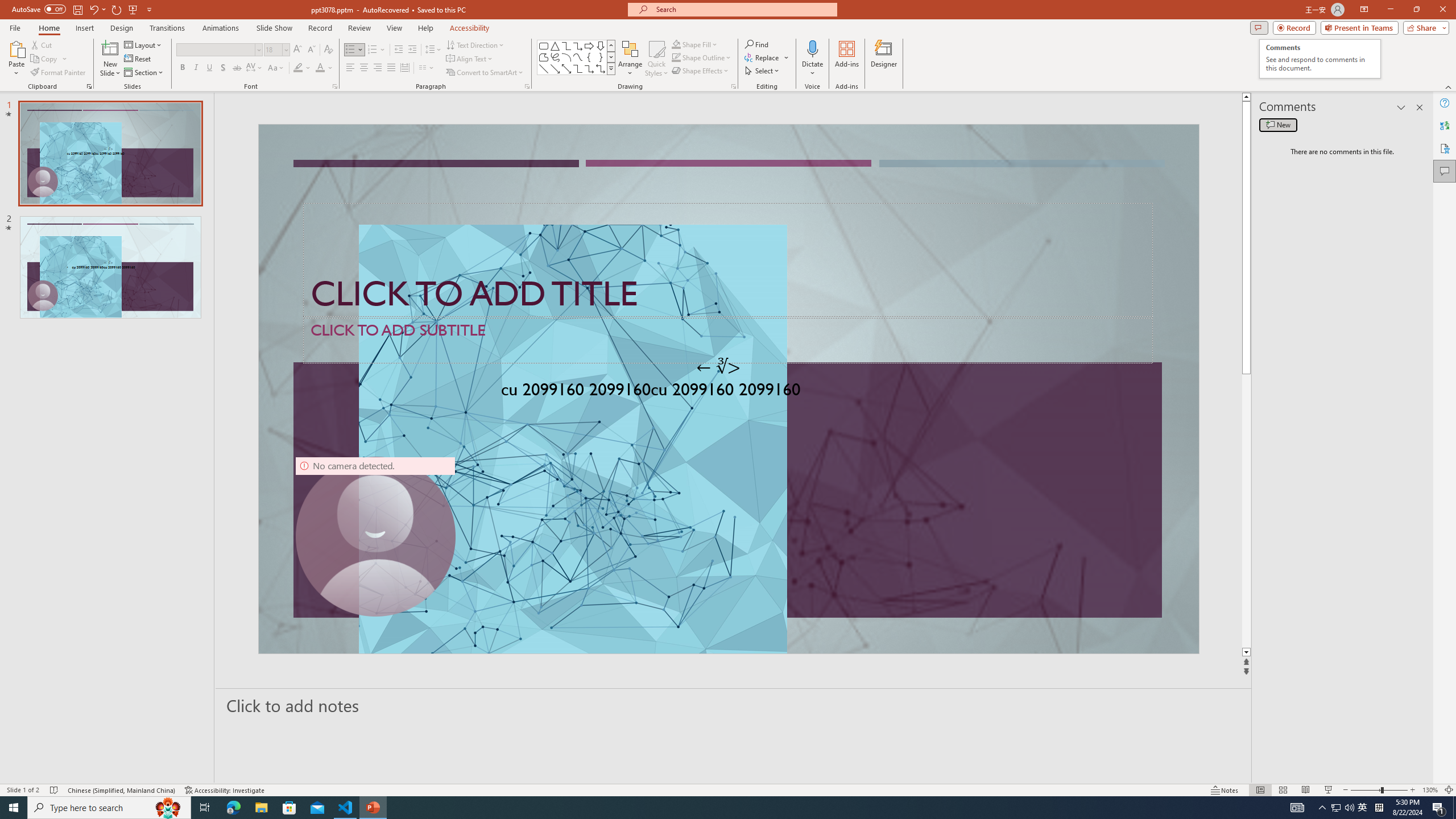 The height and width of the screenshot is (819, 1456). Describe the element at coordinates (728, 388) in the screenshot. I see `'An abstract genetic concept'` at that location.